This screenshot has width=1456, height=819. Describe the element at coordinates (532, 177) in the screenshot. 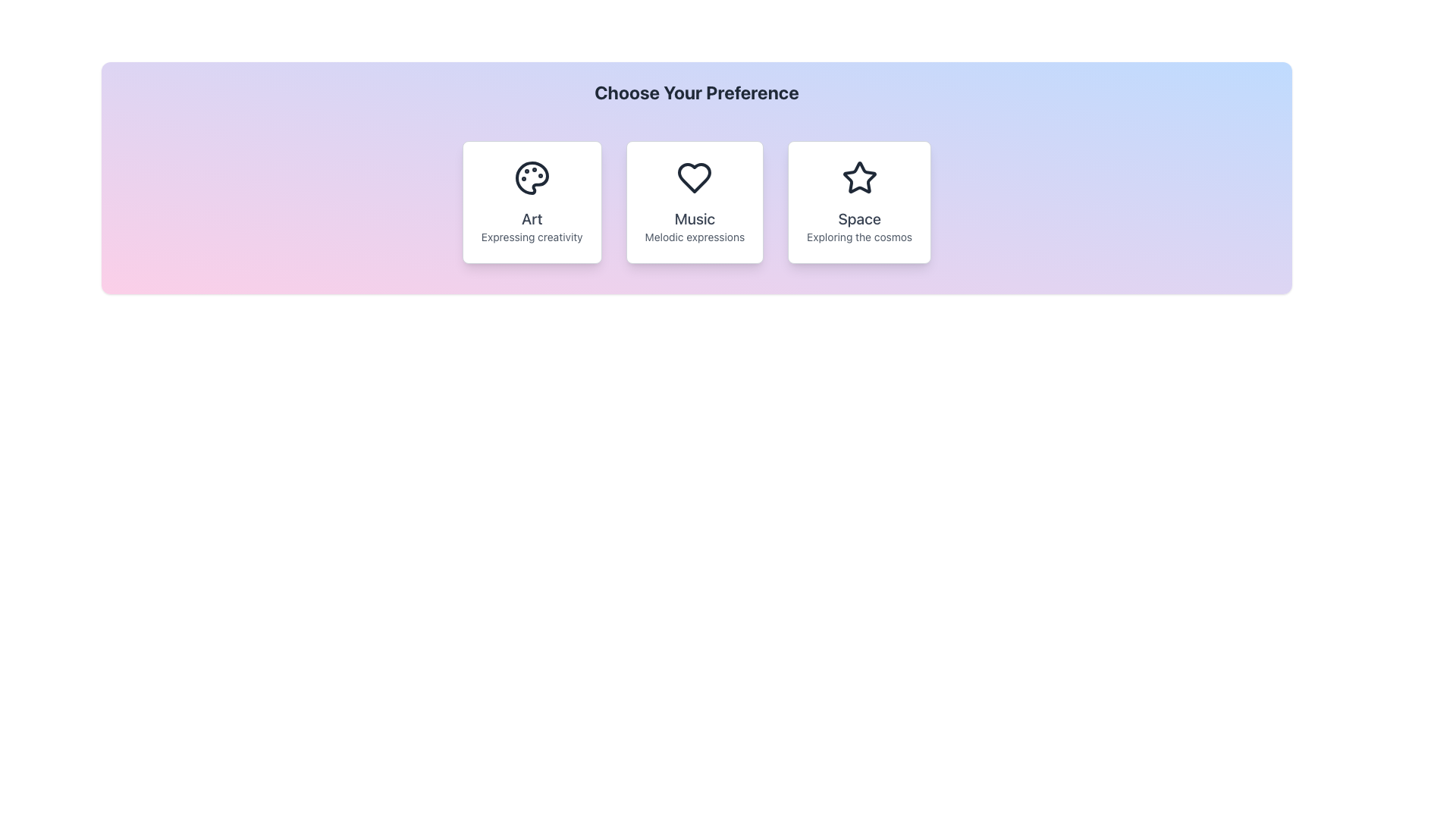

I see `the Vector Graphic Icon representing the 'Art' option to choose the preference` at that location.